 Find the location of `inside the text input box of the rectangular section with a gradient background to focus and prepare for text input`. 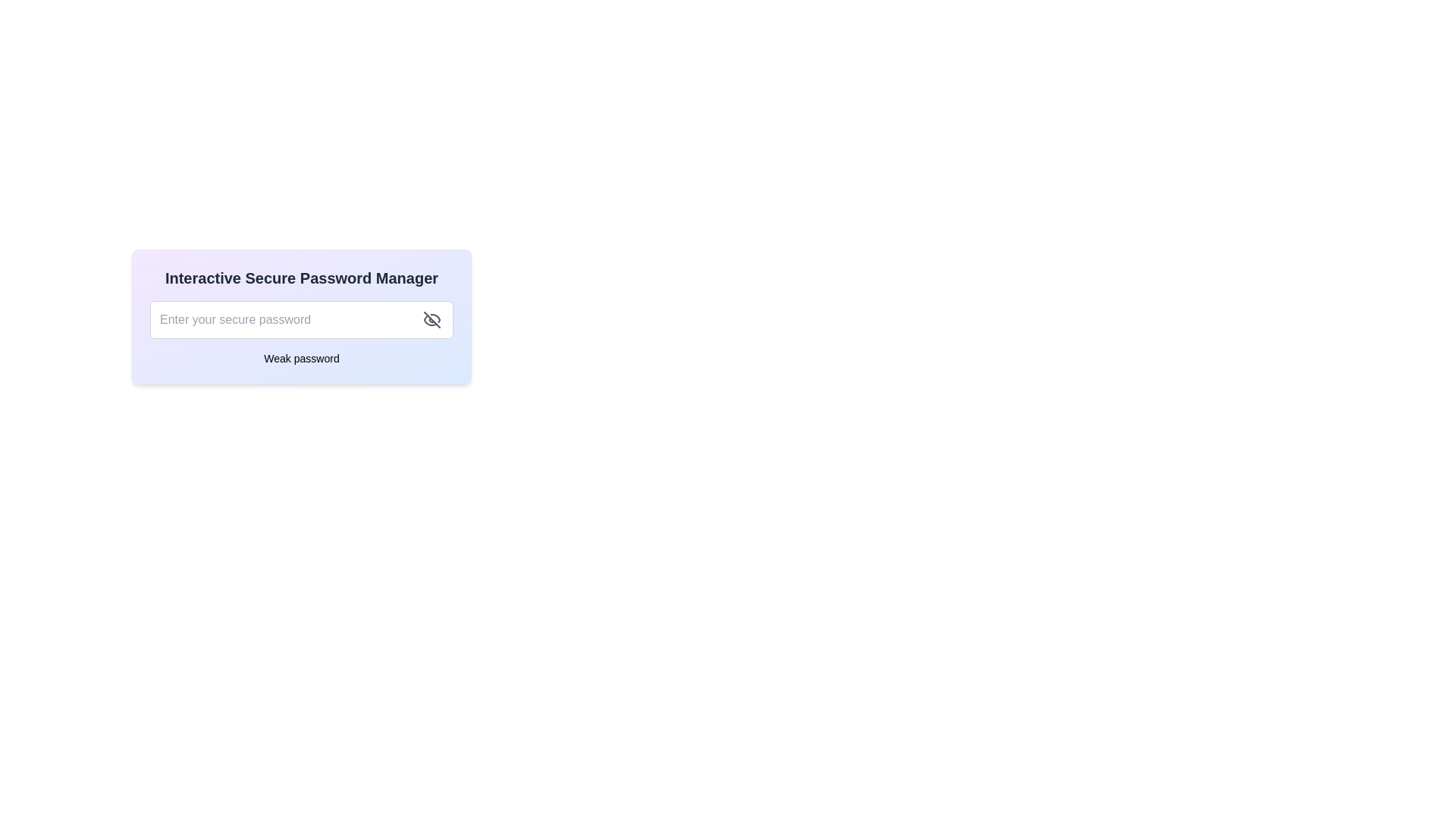

inside the text input box of the rectangular section with a gradient background to focus and prepare for text input is located at coordinates (302, 315).